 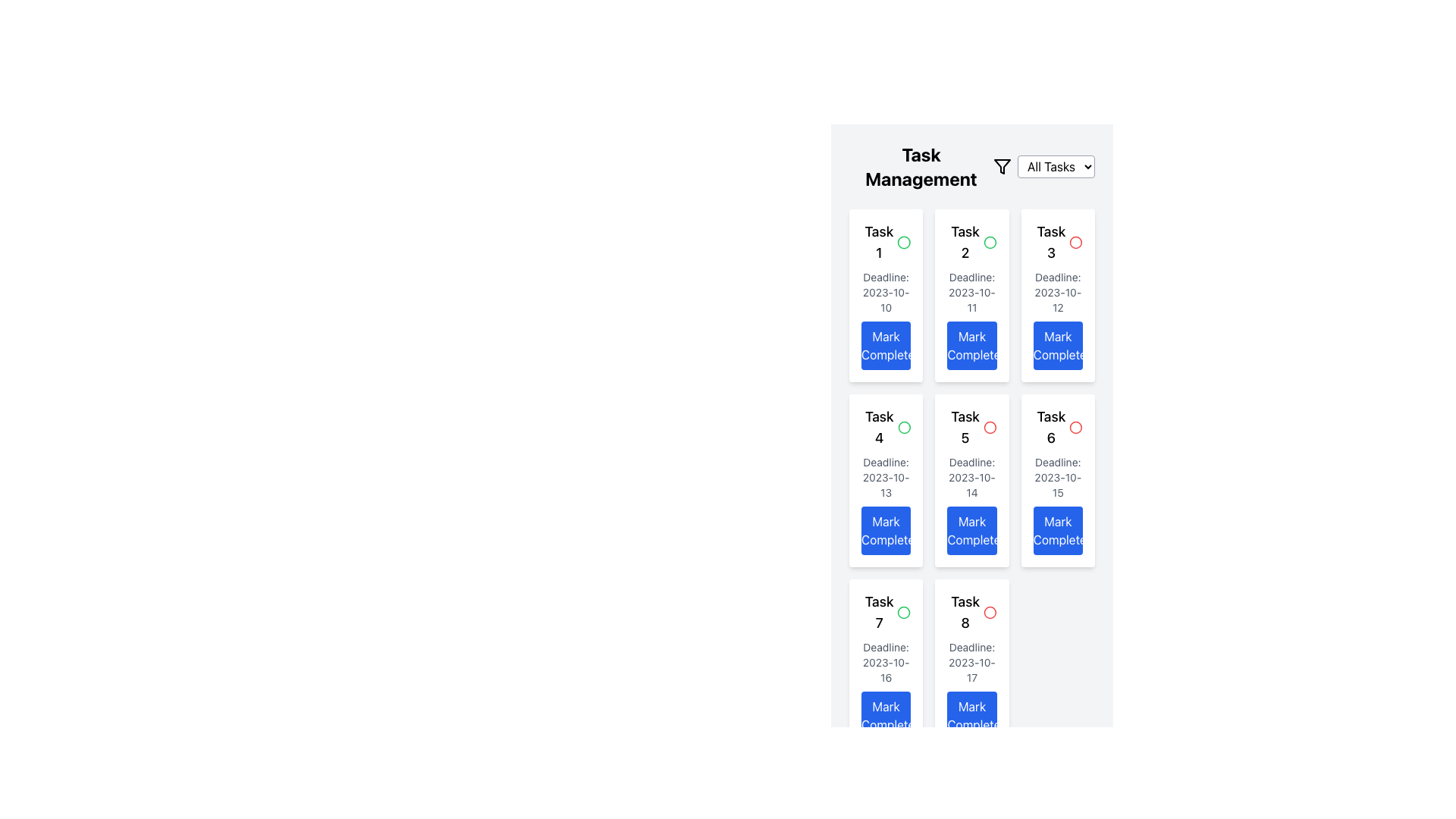 What do you see at coordinates (1057, 292) in the screenshot?
I see `displayed text in the text element that conveys the deadline information for 'Task 3' in the third task card under 'Task Management'` at bounding box center [1057, 292].